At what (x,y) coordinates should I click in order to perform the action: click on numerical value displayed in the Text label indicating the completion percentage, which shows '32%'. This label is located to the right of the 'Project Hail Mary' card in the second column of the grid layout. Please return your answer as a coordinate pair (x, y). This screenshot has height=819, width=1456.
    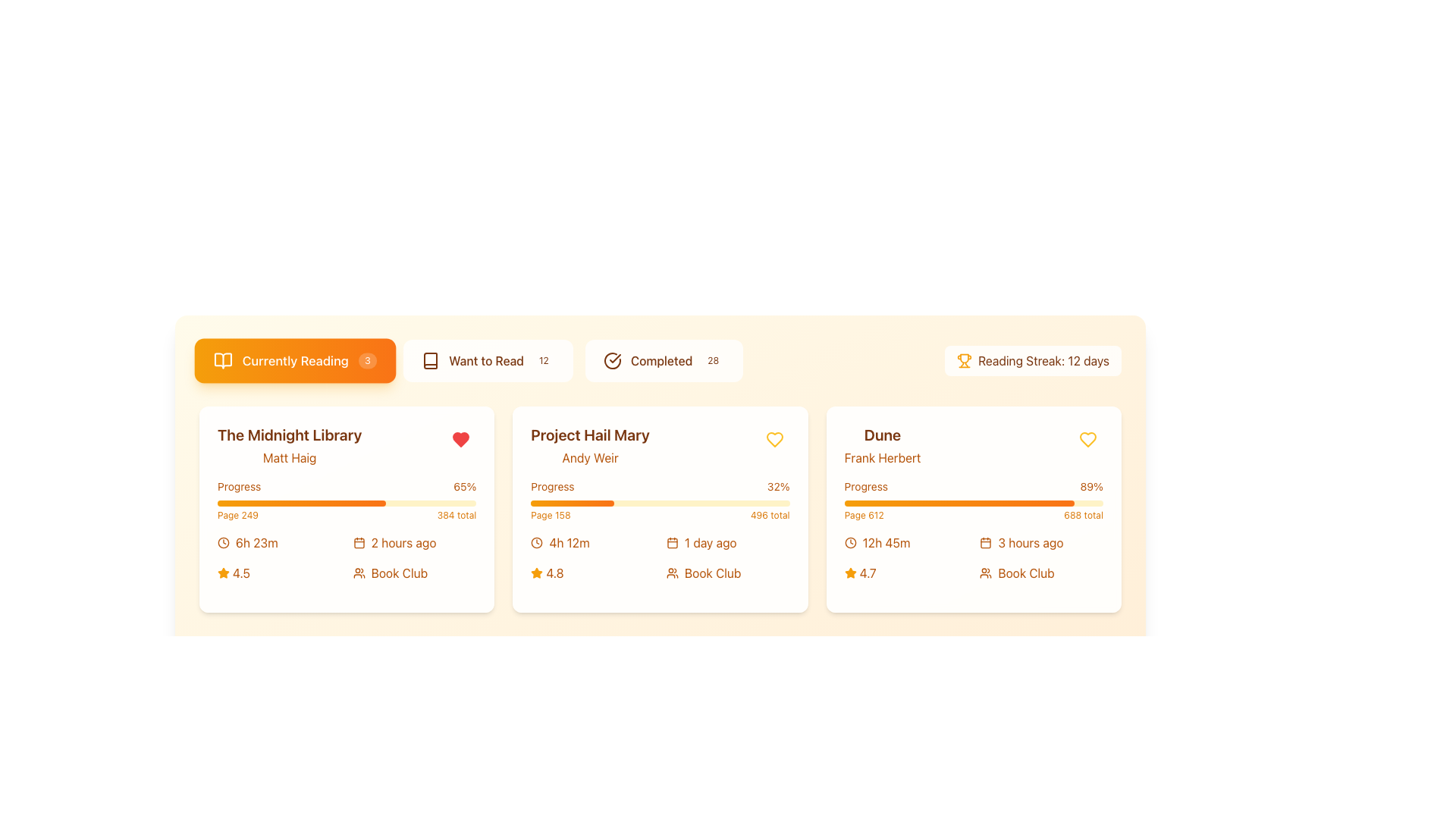
    Looking at the image, I should click on (778, 486).